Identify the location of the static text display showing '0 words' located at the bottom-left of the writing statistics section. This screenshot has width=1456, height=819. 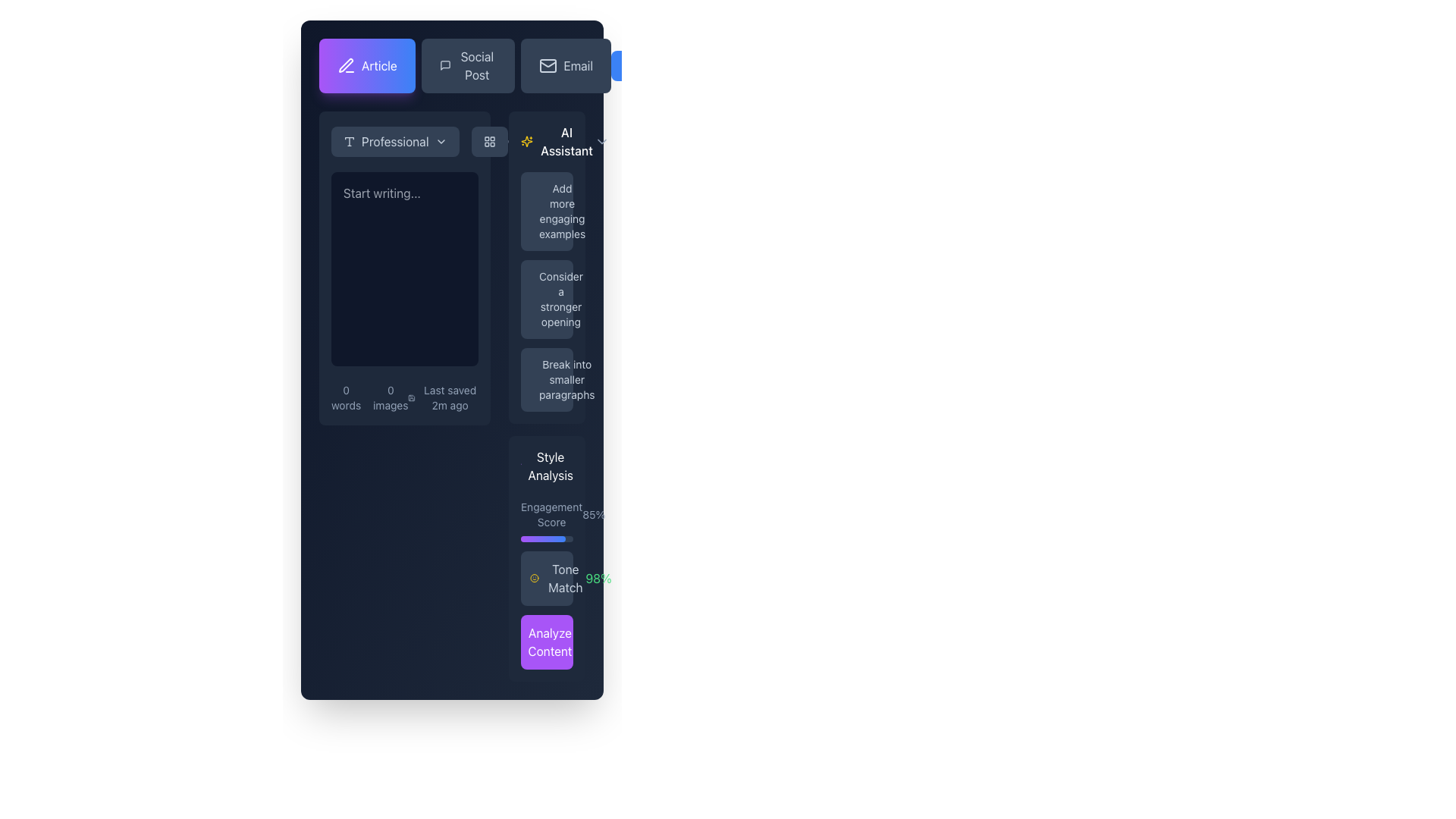
(345, 397).